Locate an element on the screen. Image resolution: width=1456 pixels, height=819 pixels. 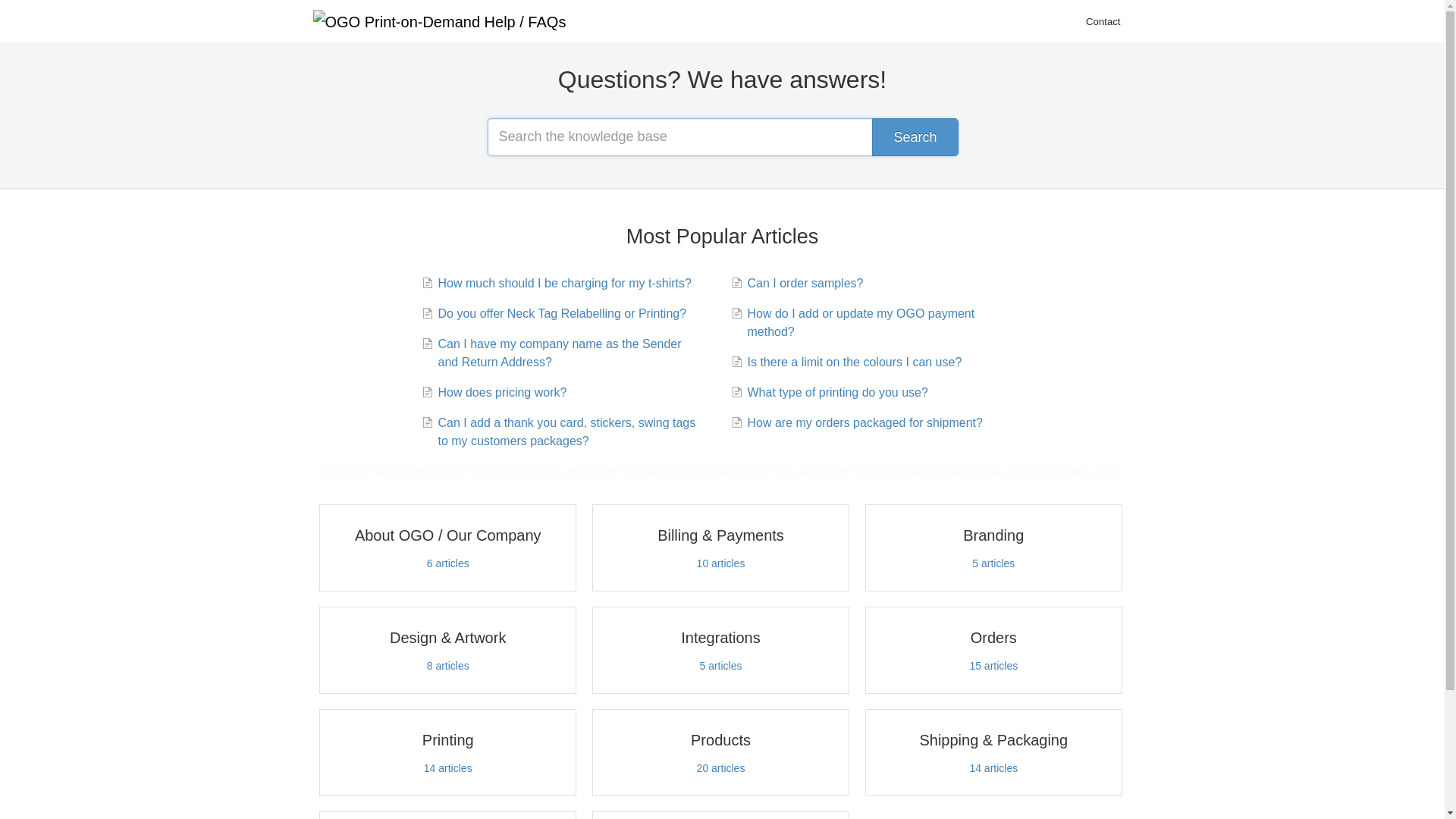
'How much should I be charging for my t-shirts?' is located at coordinates (561, 284).